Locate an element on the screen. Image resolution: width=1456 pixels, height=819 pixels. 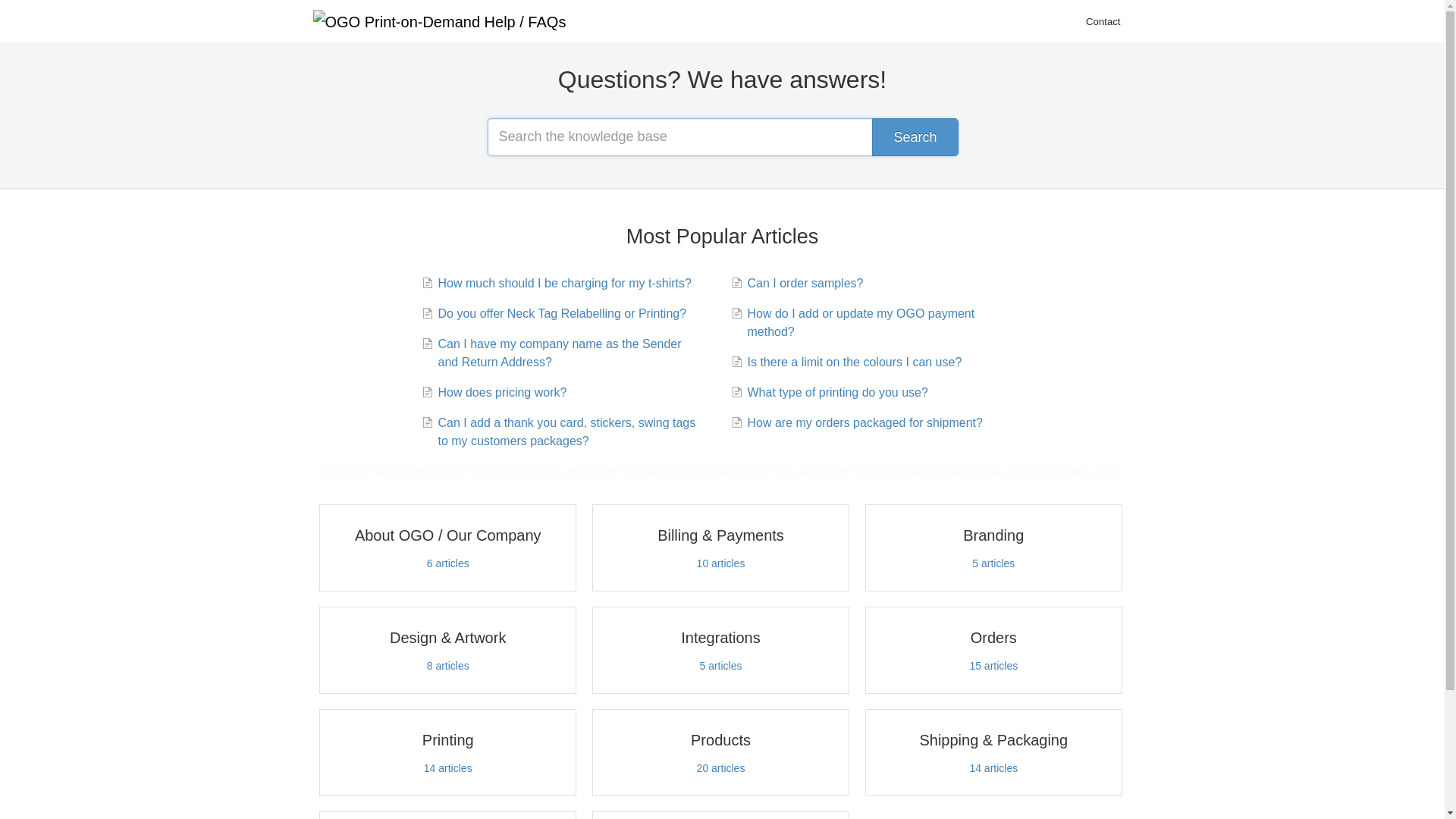
'How much should I be charging for my t-shirts?' is located at coordinates (561, 284).